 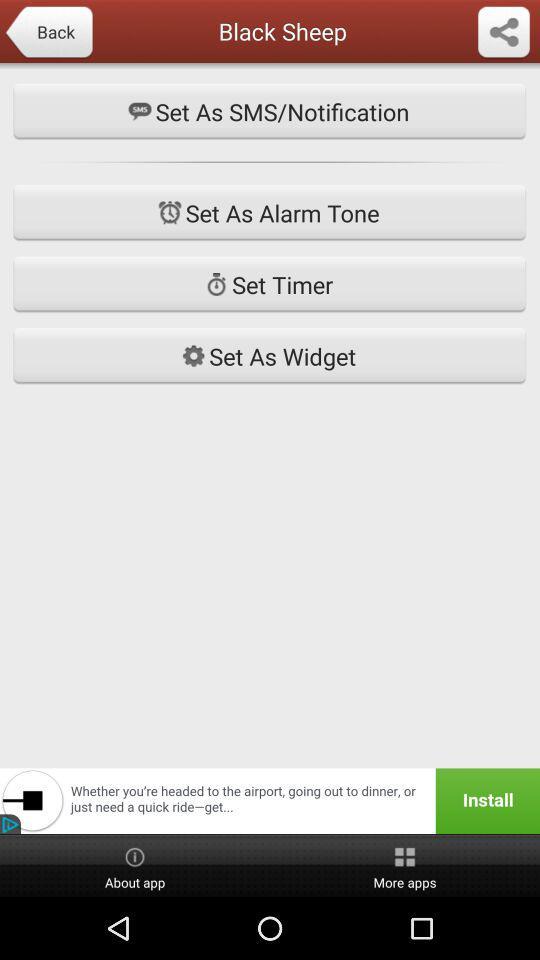 What do you see at coordinates (270, 801) in the screenshot?
I see `unstall` at bounding box center [270, 801].